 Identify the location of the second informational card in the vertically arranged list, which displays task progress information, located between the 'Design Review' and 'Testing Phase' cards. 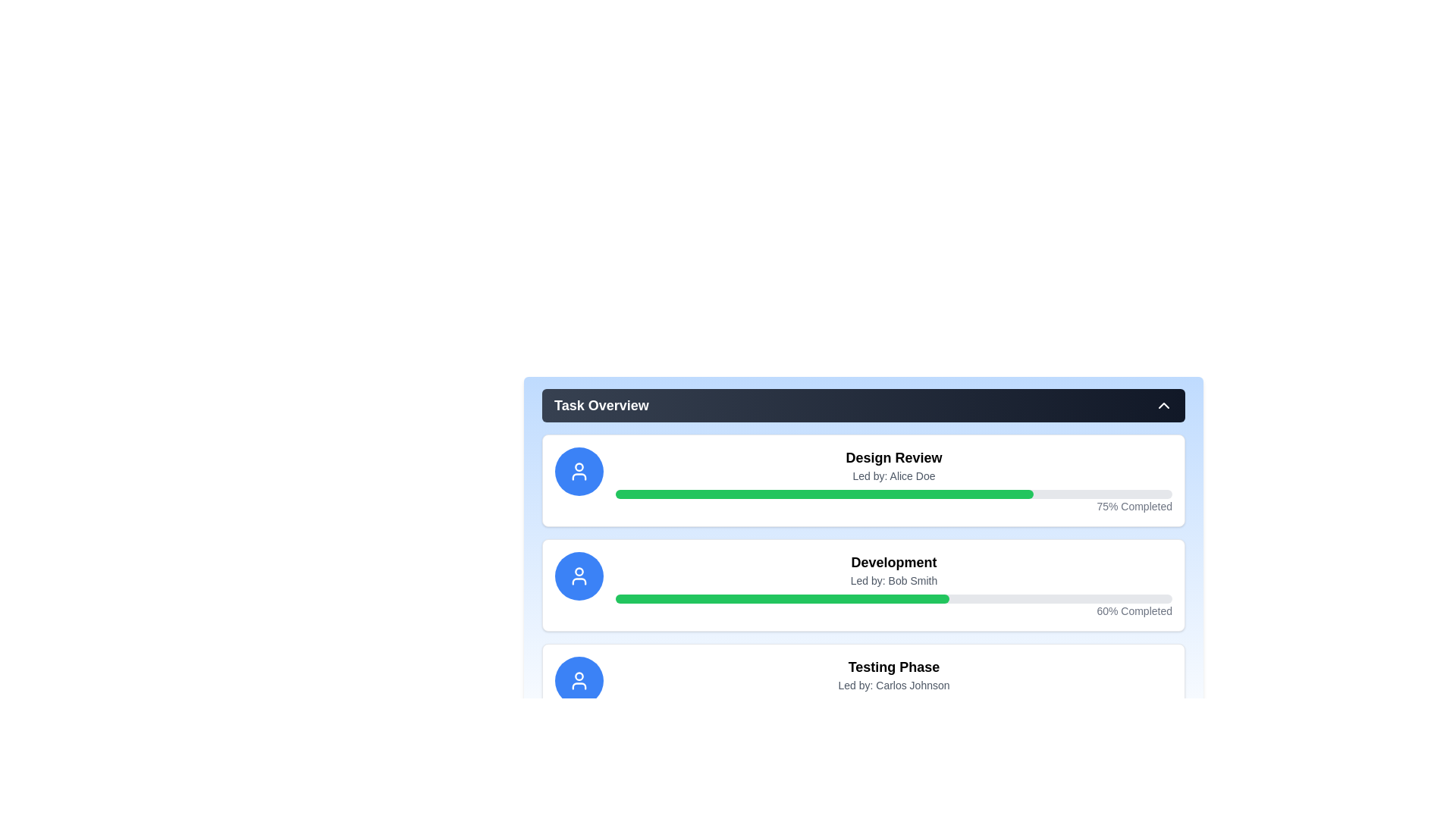
(863, 584).